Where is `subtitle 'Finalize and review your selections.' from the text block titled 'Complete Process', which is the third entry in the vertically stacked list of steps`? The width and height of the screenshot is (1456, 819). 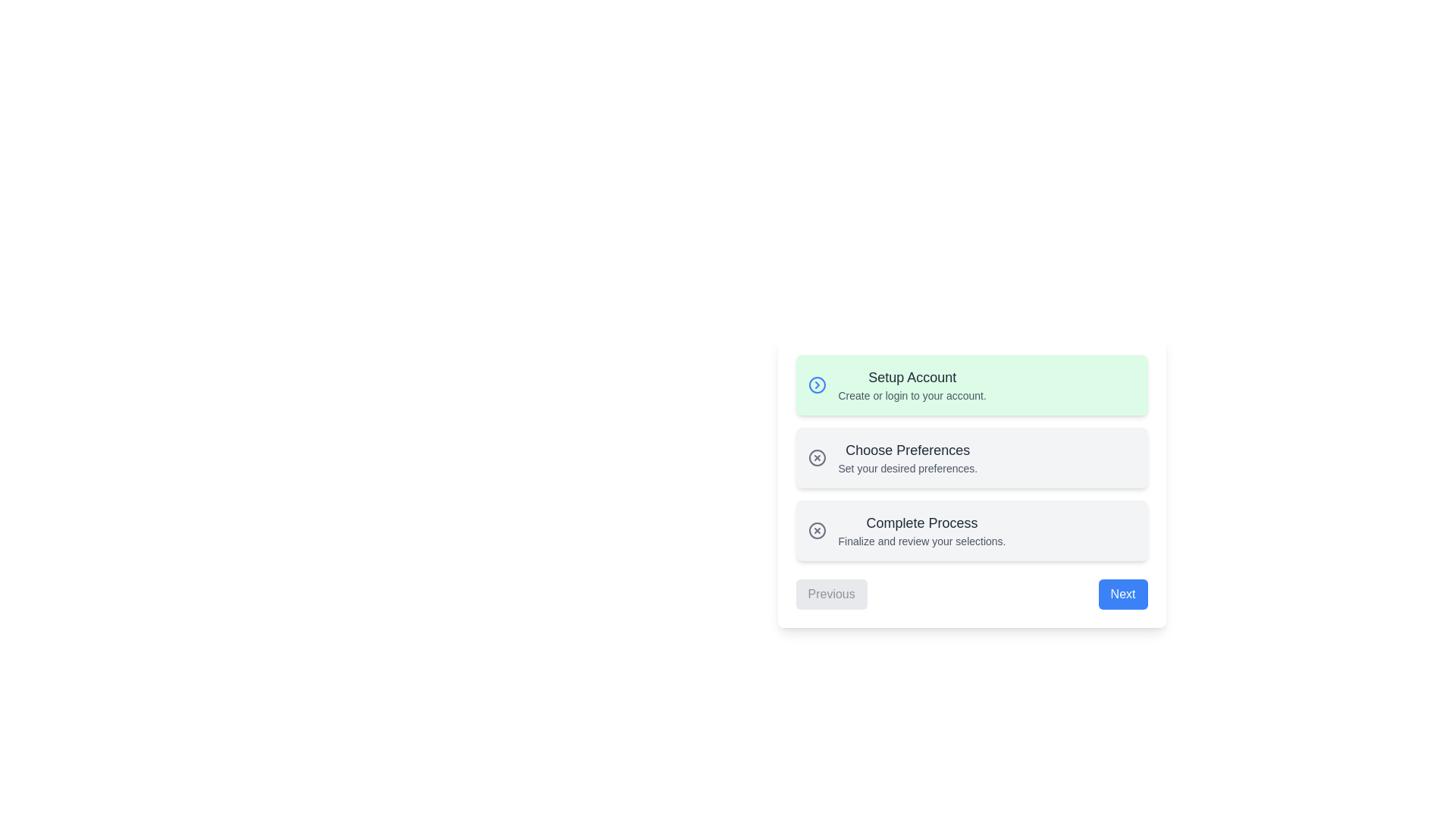 subtitle 'Finalize and review your selections.' from the text block titled 'Complete Process', which is the third entry in the vertically stacked list of steps is located at coordinates (921, 529).